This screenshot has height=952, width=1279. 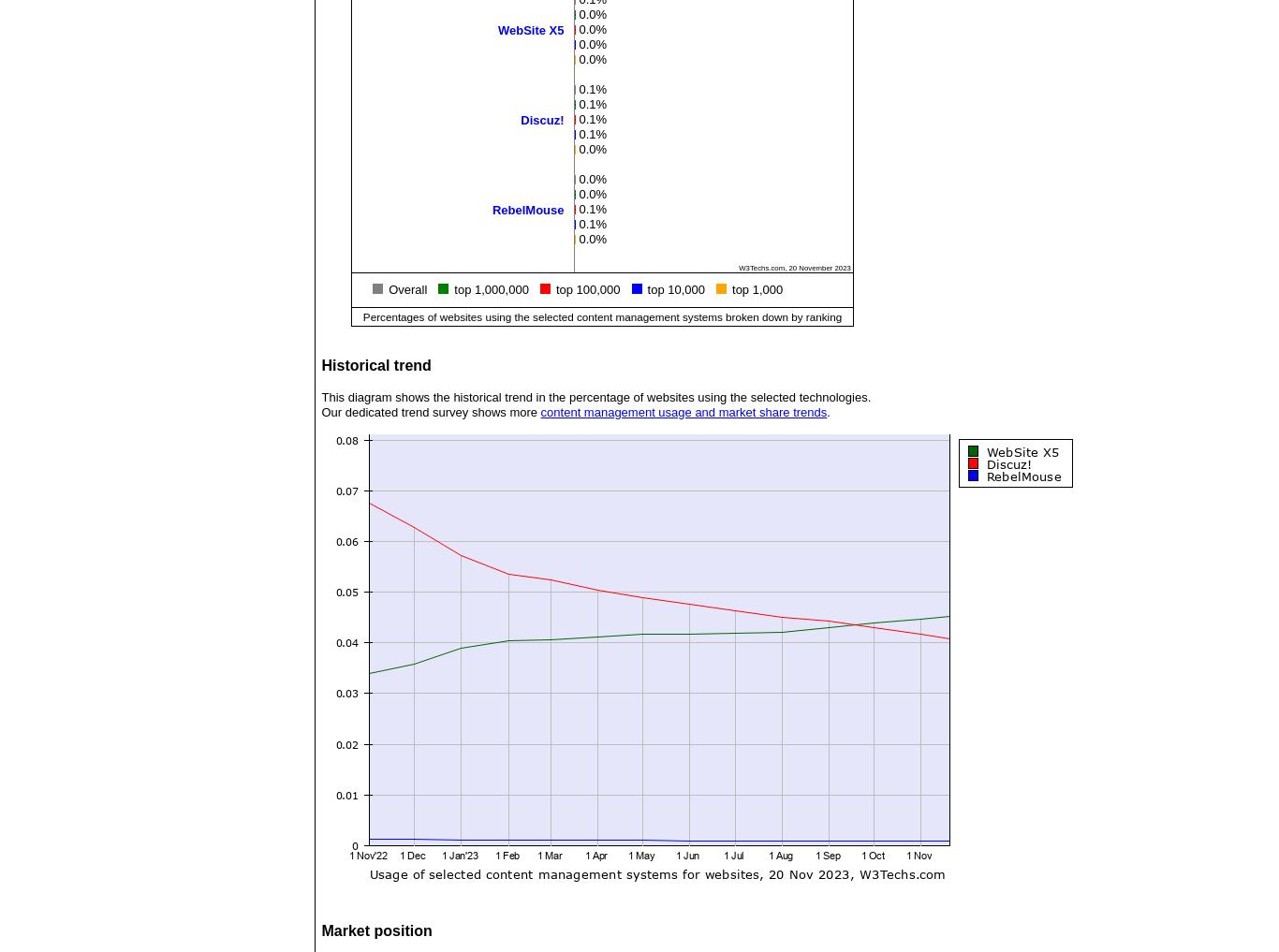 What do you see at coordinates (530, 28) in the screenshot?
I see `'WebSite X5'` at bounding box center [530, 28].